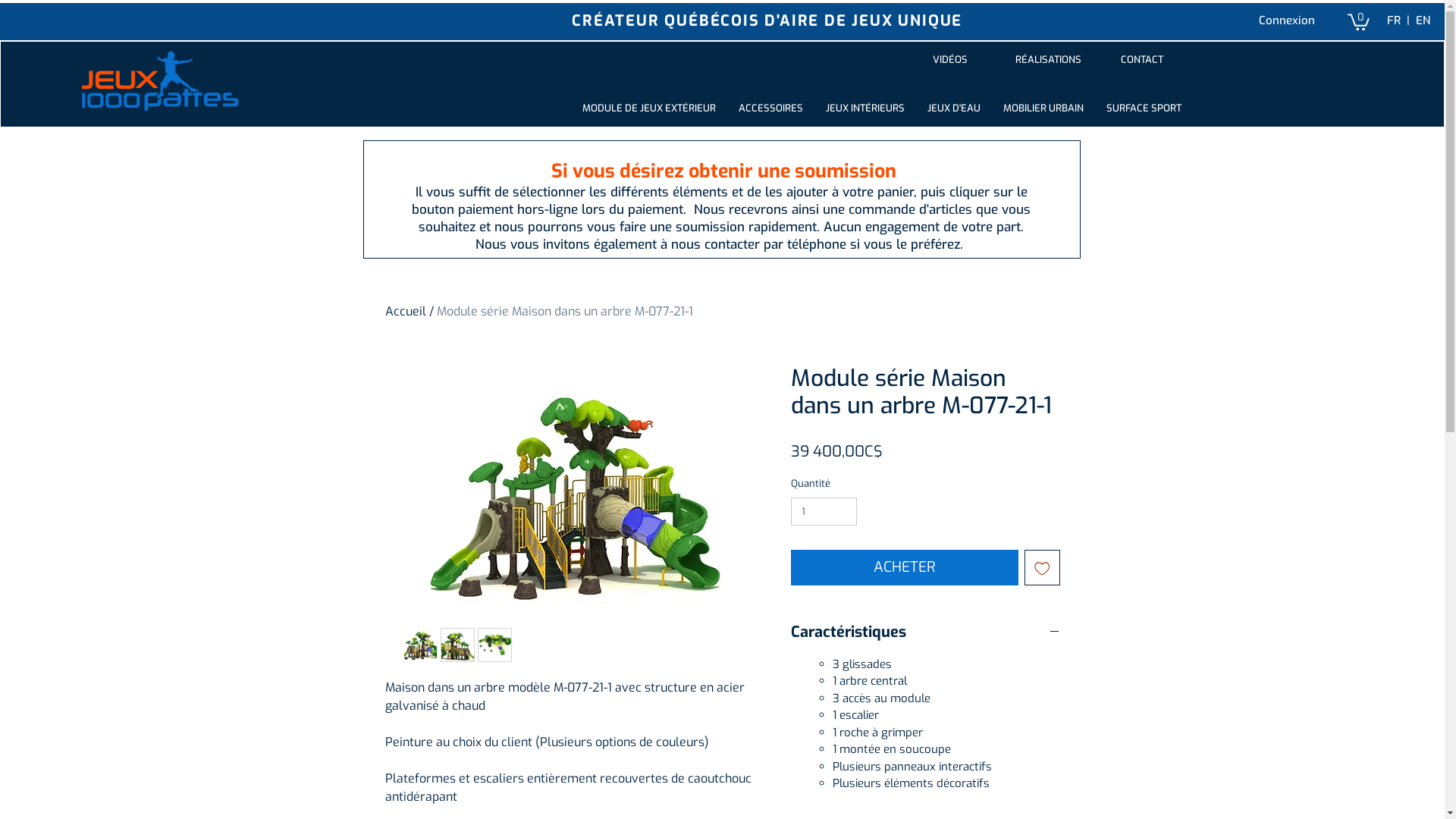 This screenshot has height=819, width=1456. Describe the element at coordinates (405, 310) in the screenshot. I see `'Accueil'` at that location.